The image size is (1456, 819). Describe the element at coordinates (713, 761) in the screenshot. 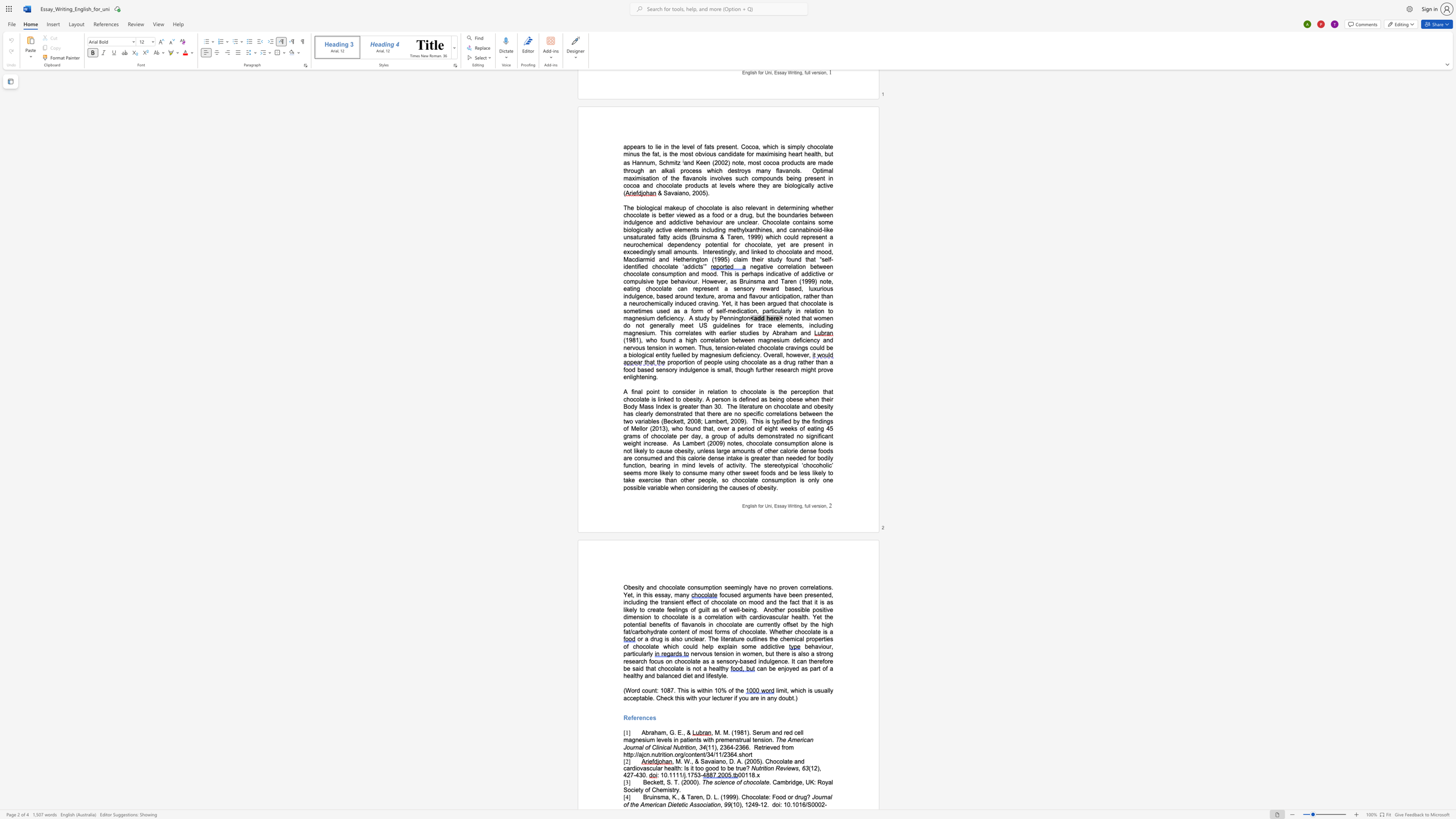

I see `the space between the continuous character "a" and "i" in the text` at that location.